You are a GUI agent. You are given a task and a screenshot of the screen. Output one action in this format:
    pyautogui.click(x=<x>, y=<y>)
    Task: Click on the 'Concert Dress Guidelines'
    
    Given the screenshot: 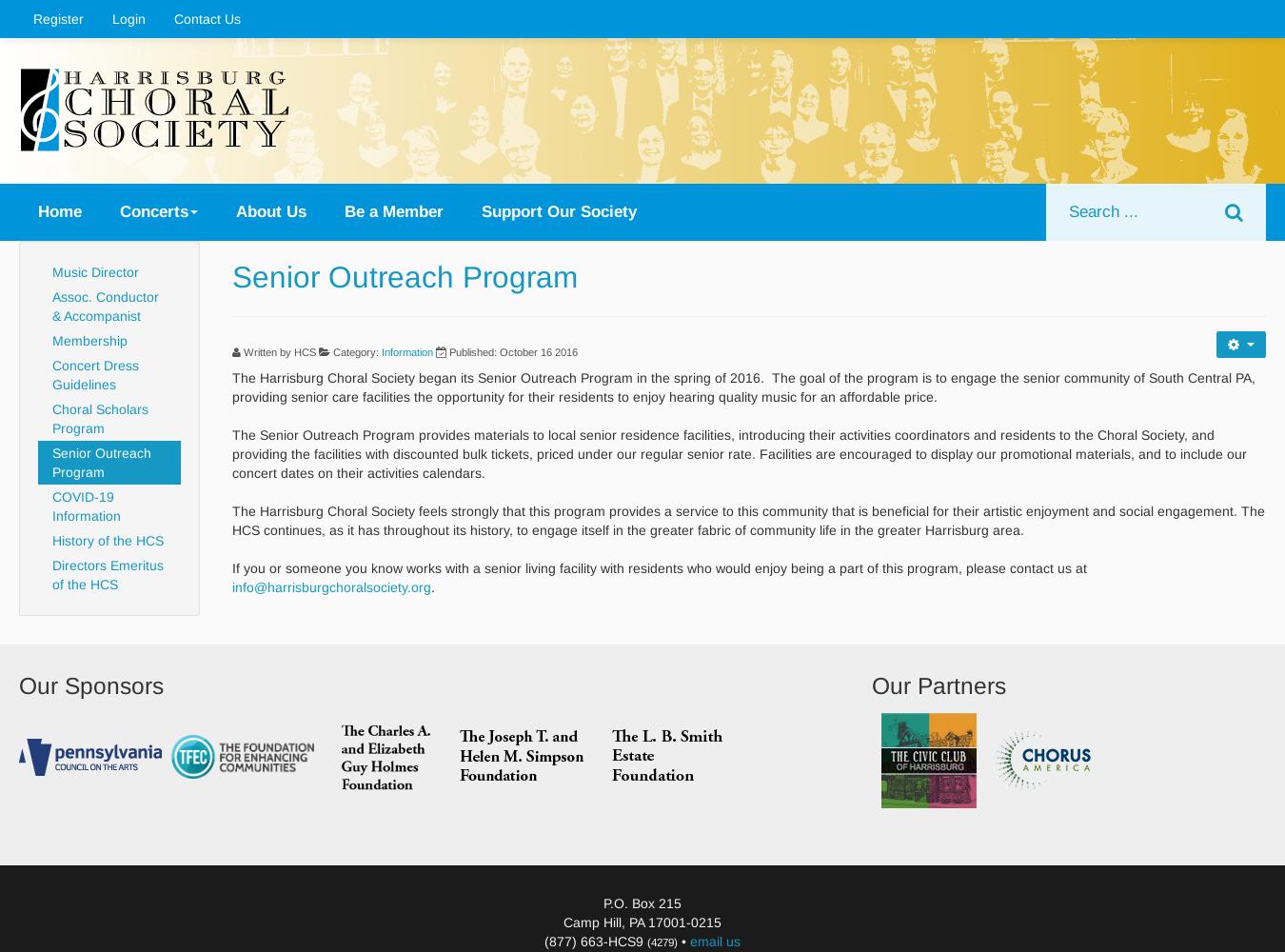 What is the action you would take?
    pyautogui.click(x=94, y=375)
    